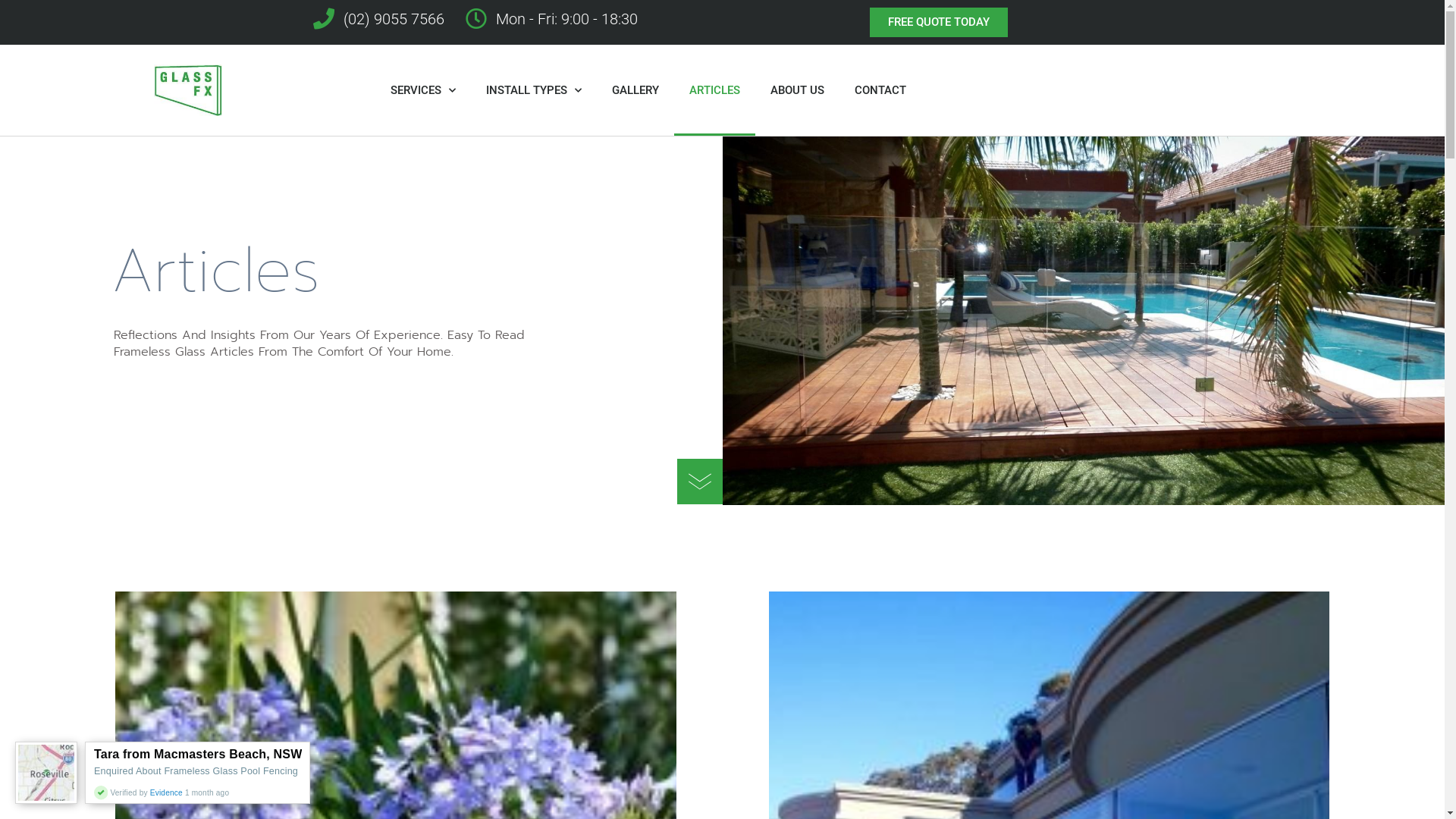 The height and width of the screenshot is (819, 1456). I want to click on 'ARTICLES', so click(714, 90).